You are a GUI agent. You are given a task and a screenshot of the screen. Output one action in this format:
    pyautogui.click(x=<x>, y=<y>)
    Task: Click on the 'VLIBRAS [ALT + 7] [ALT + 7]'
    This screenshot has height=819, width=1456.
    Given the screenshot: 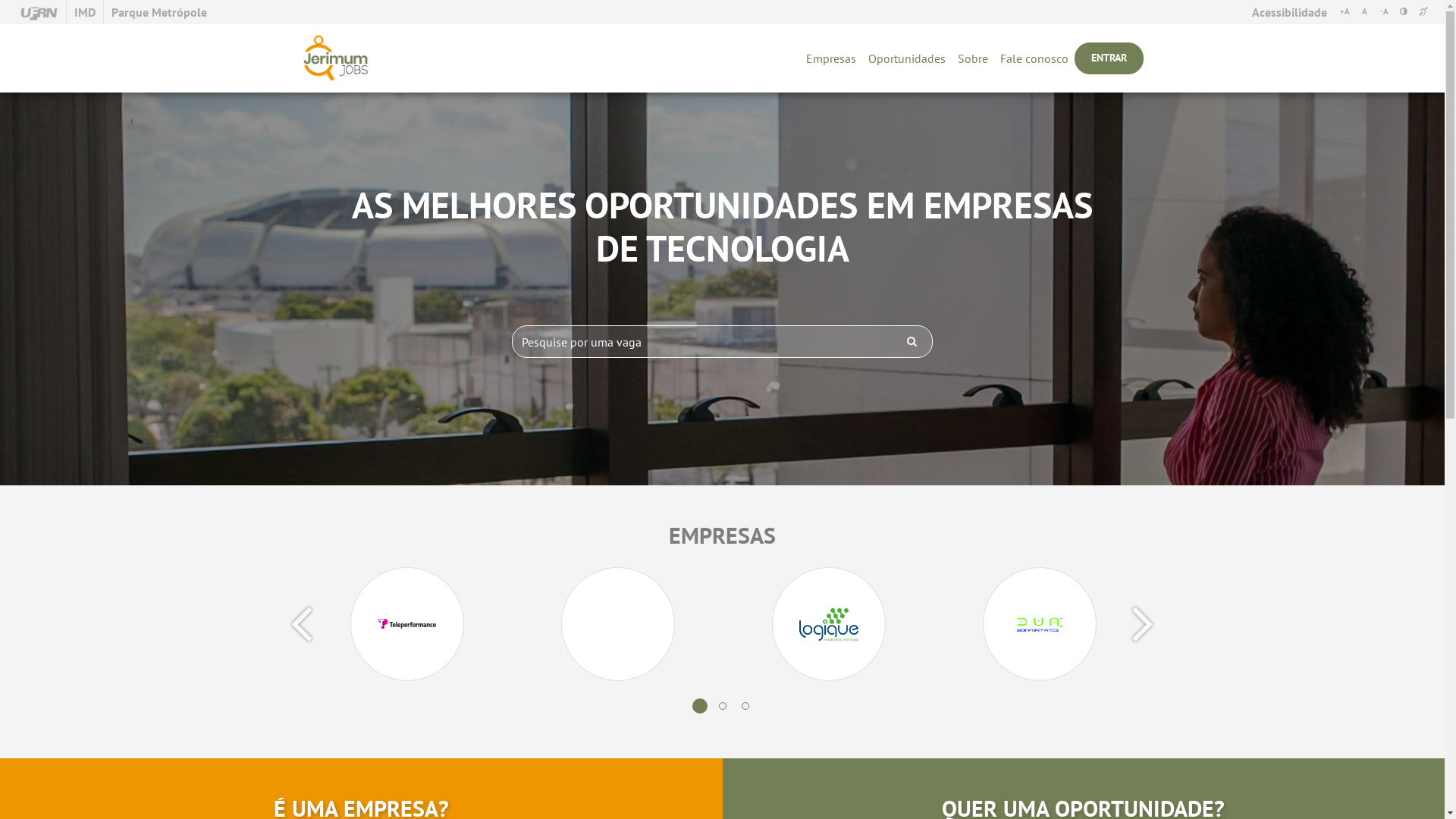 What is the action you would take?
    pyautogui.click(x=1422, y=11)
    